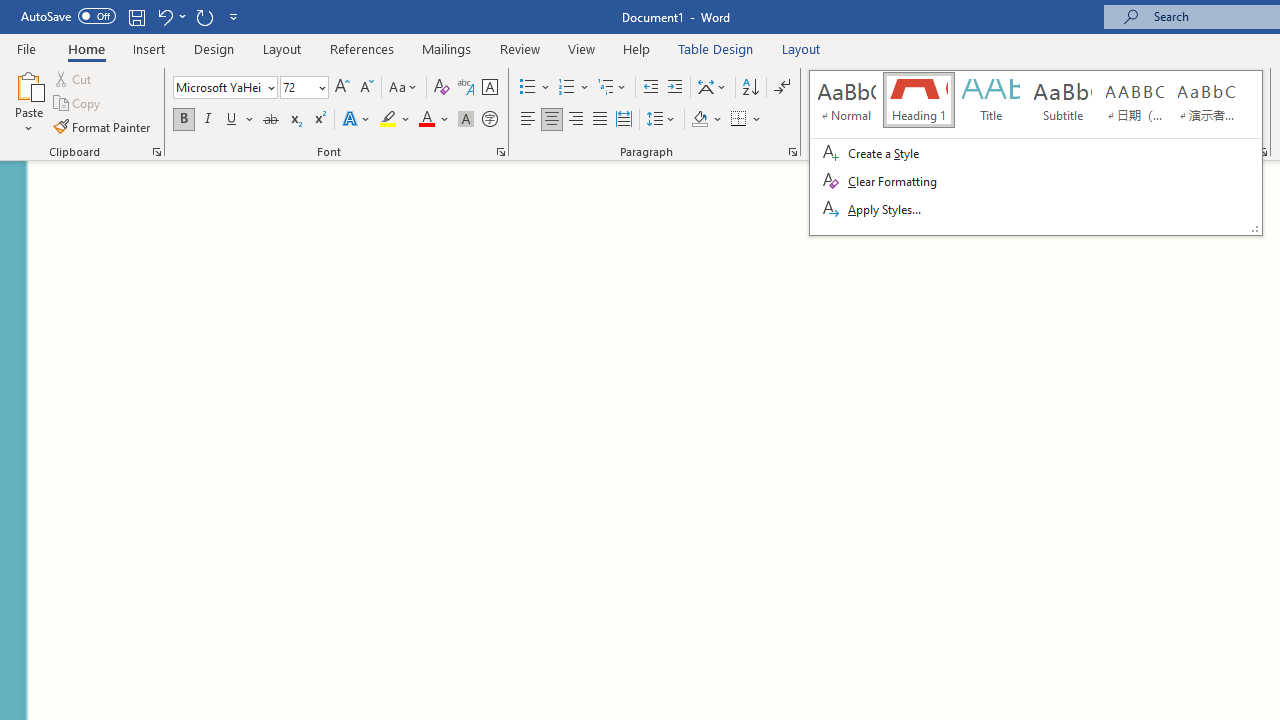 The height and width of the screenshot is (720, 1280). What do you see at coordinates (269, 119) in the screenshot?
I see `'Strikethrough'` at bounding box center [269, 119].